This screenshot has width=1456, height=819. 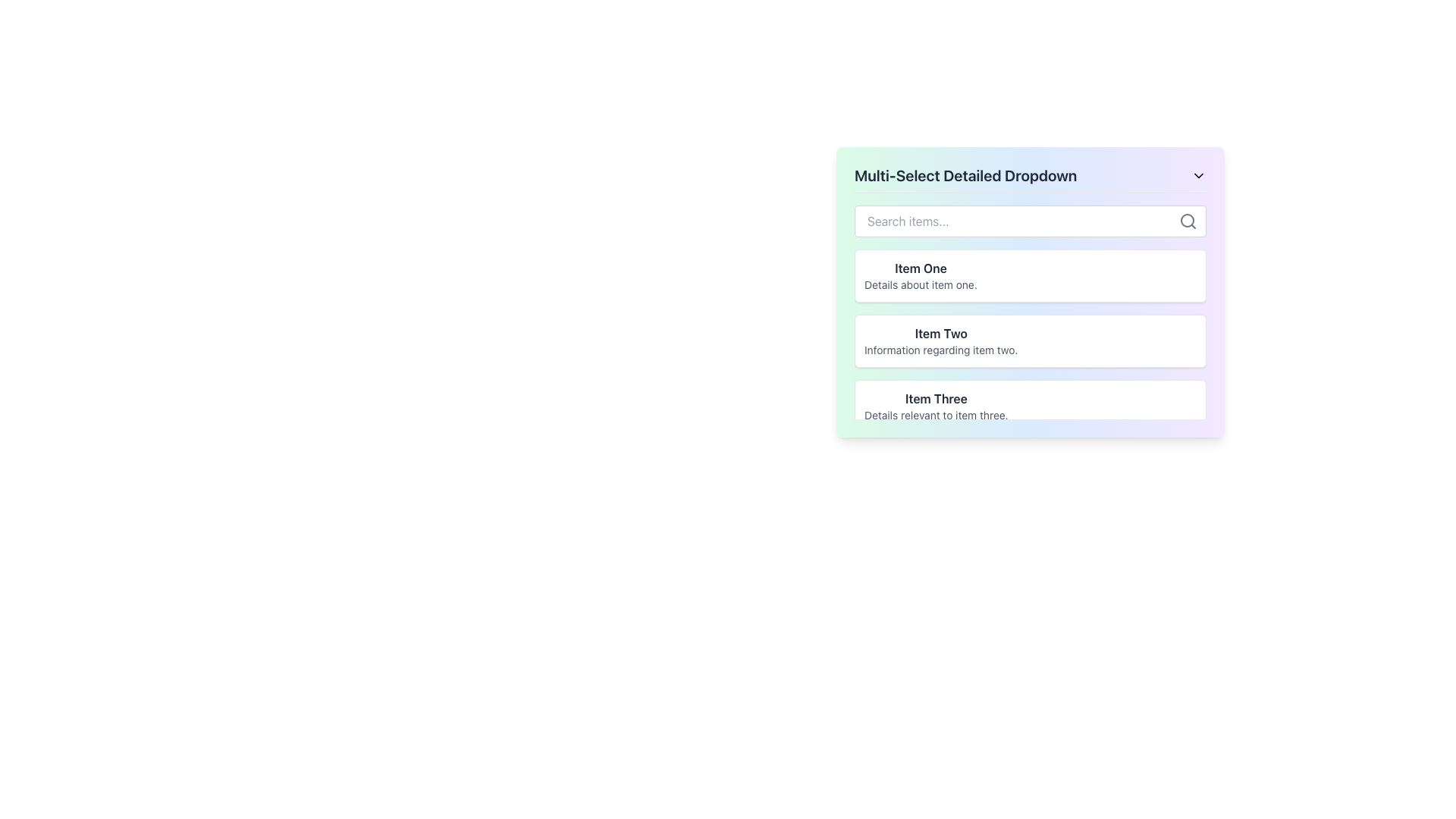 I want to click on the small downward-facing chevron icon for the dropdown functionality located at the top-right corner of the 'Multi-Select Detailed Dropdown' header, so click(x=1197, y=174).